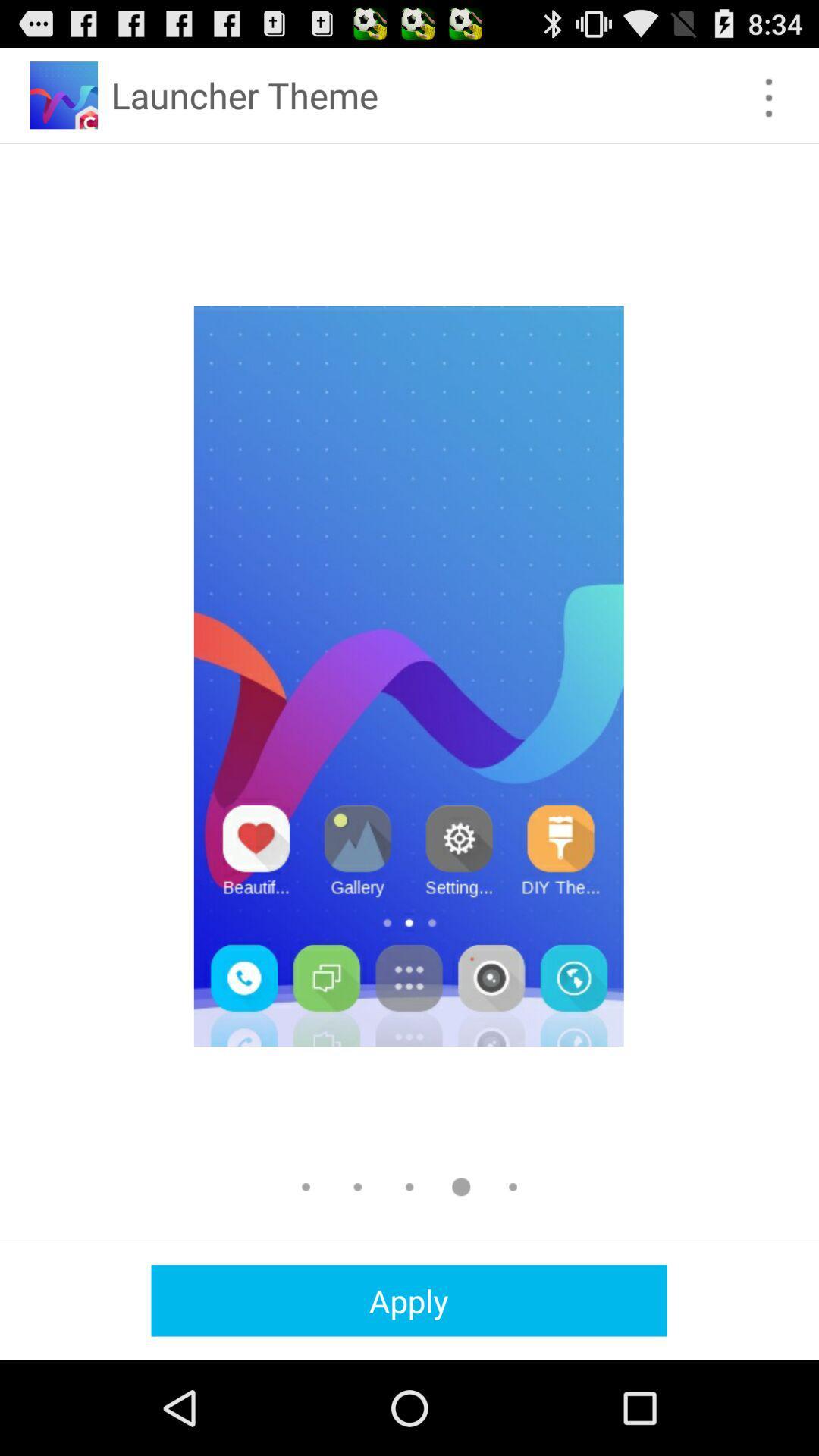 The width and height of the screenshot is (819, 1456). Describe the element at coordinates (769, 97) in the screenshot. I see `for the menu option` at that location.